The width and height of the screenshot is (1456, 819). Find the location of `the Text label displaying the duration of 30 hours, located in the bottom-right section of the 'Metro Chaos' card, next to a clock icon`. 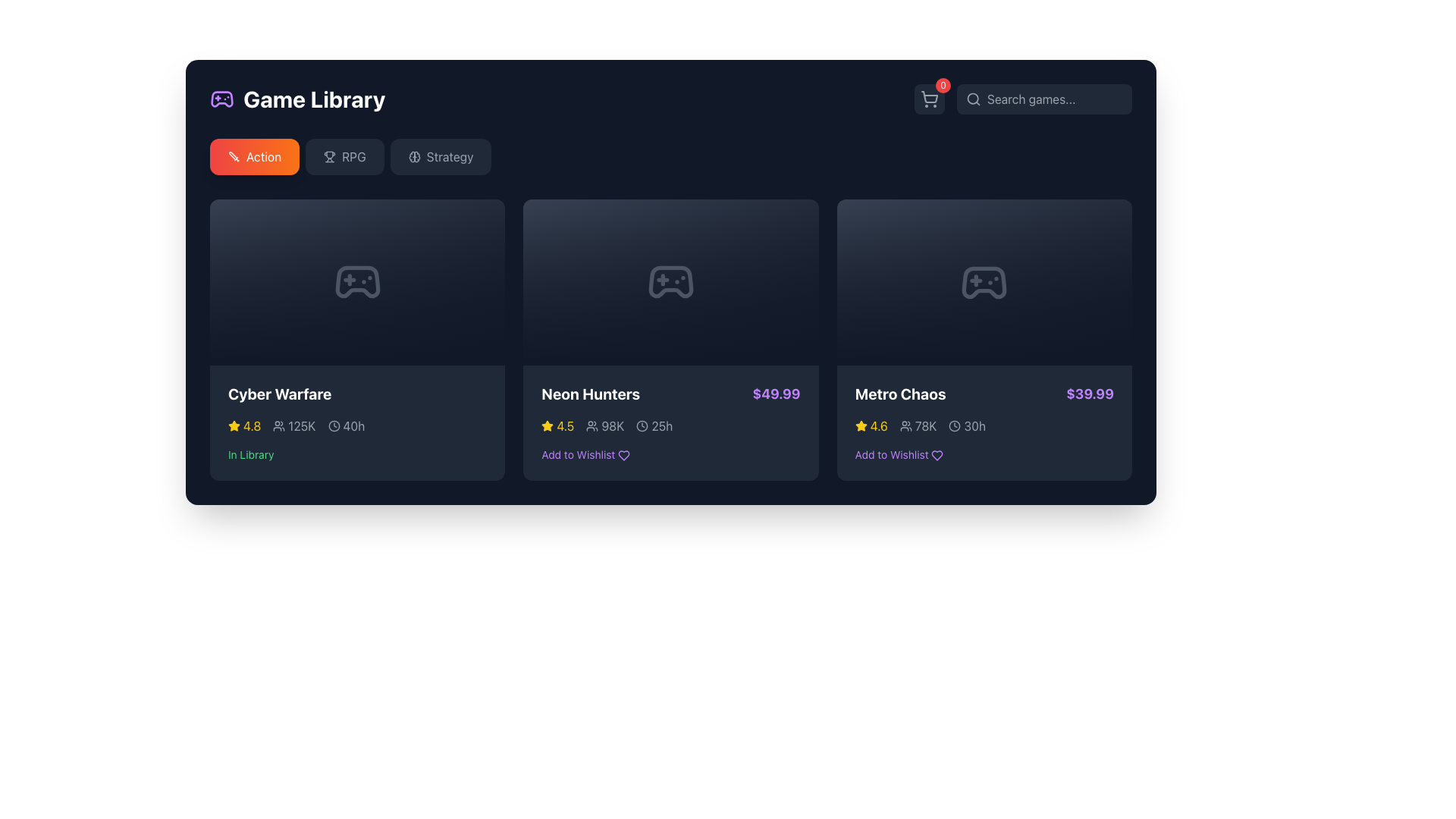

the Text label displaying the duration of 30 hours, located in the bottom-right section of the 'Metro Chaos' card, next to a clock icon is located at coordinates (974, 426).